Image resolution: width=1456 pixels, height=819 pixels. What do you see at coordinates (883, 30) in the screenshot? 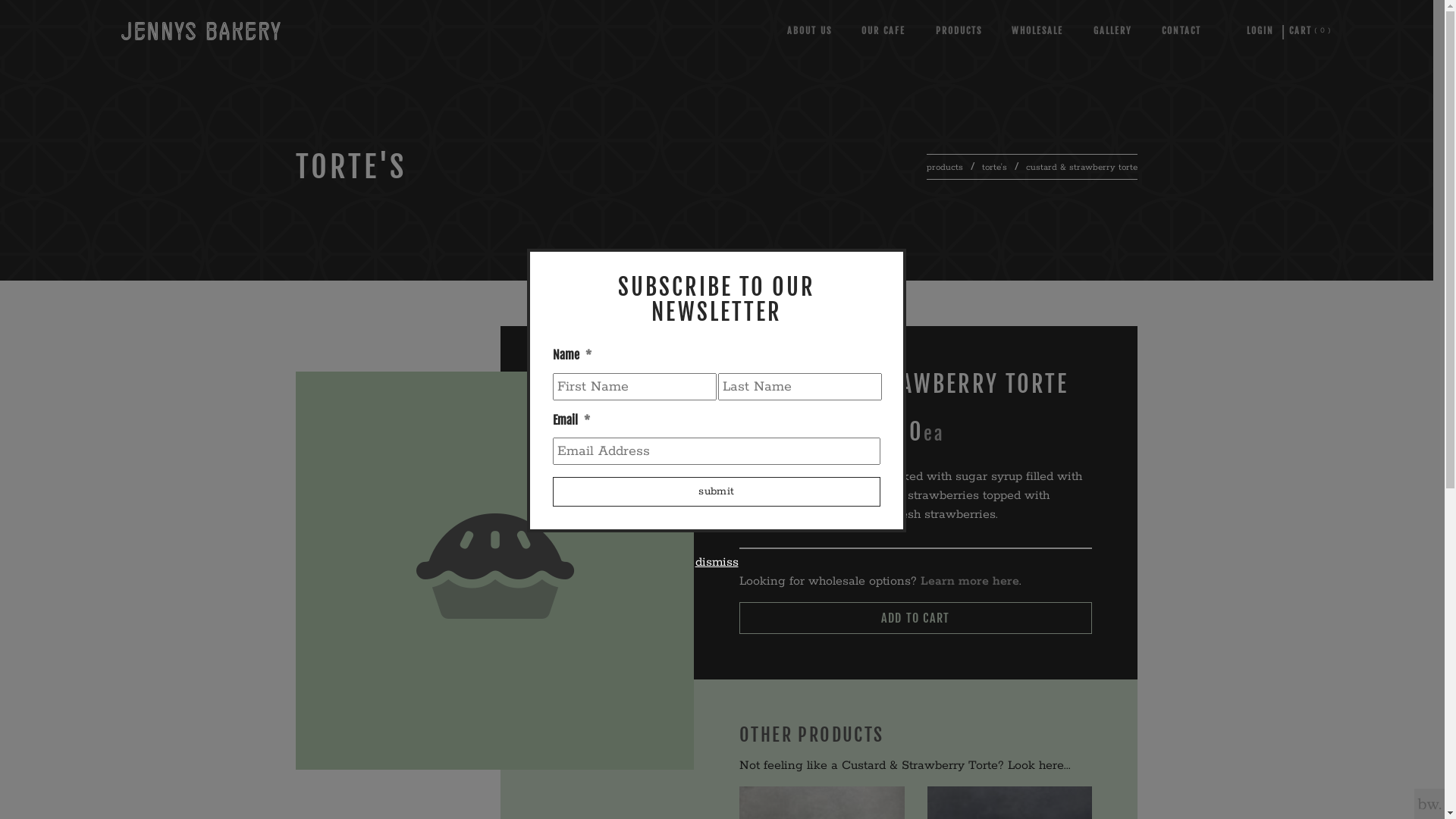
I see `'OUR CAFE'` at bounding box center [883, 30].